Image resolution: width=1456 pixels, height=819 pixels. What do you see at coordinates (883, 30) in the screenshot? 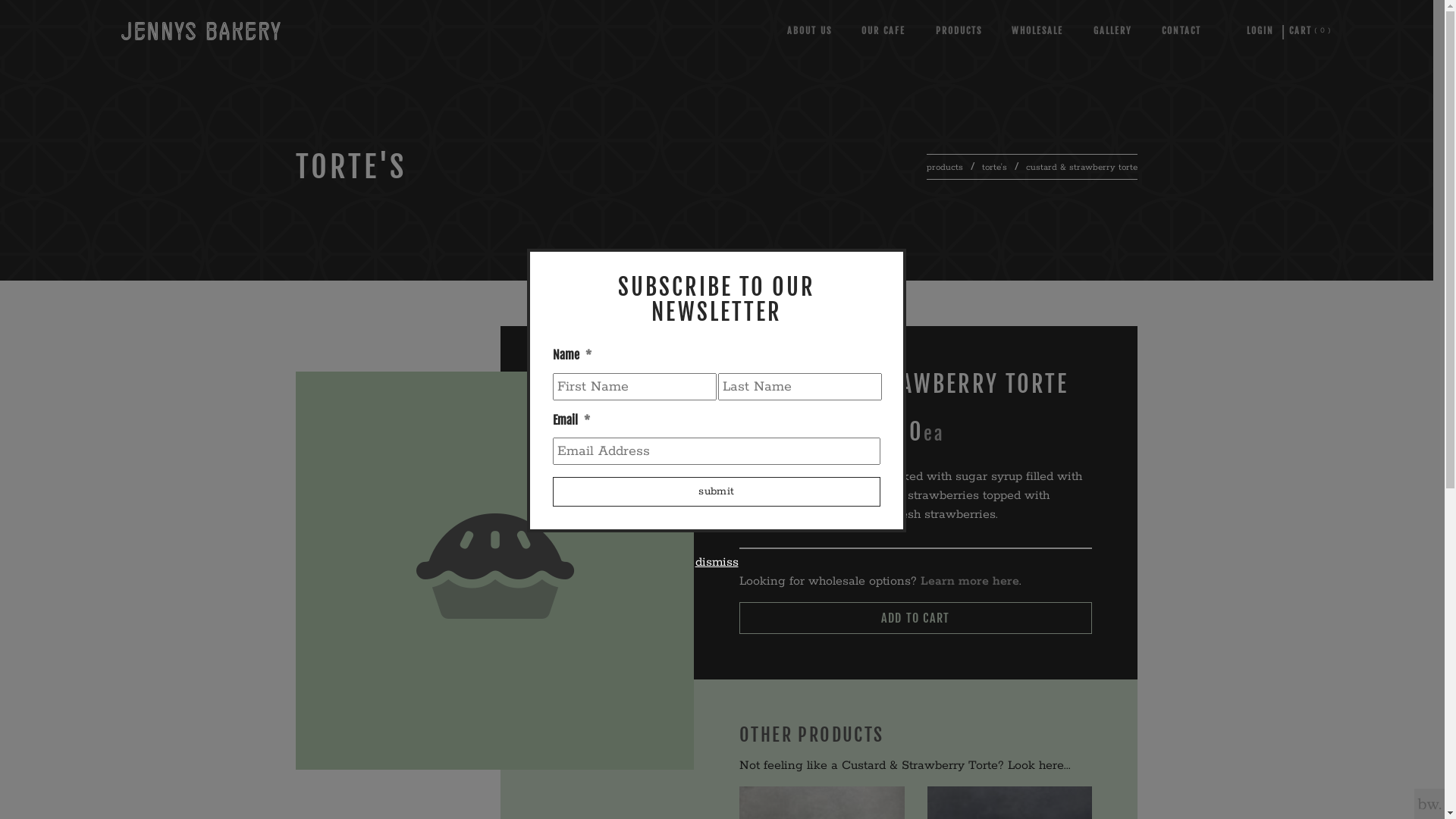
I see `'OUR CAFE'` at bounding box center [883, 30].